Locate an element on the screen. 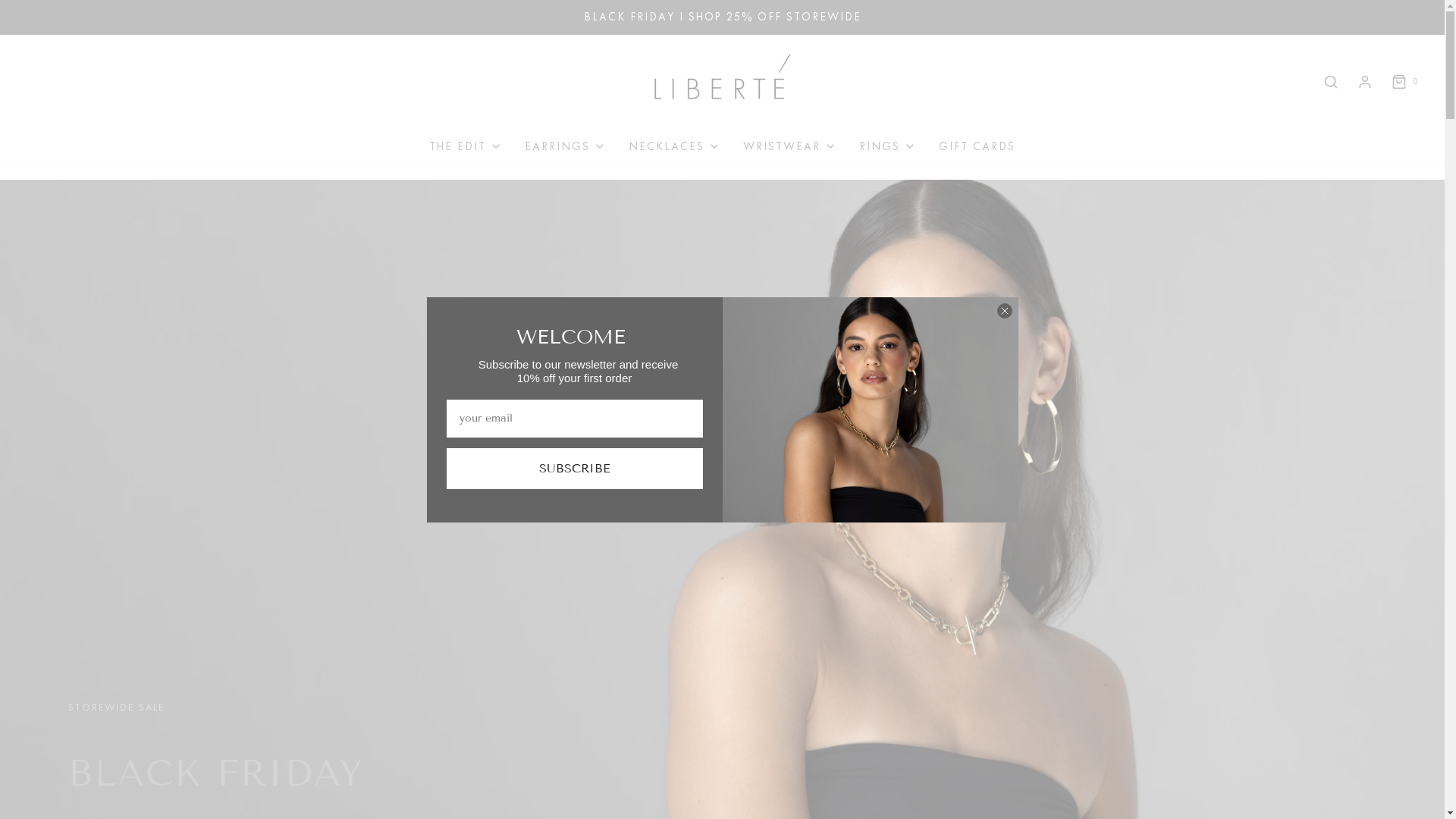 This screenshot has width=1456, height=819. 'NECKLACES' is located at coordinates (673, 146).